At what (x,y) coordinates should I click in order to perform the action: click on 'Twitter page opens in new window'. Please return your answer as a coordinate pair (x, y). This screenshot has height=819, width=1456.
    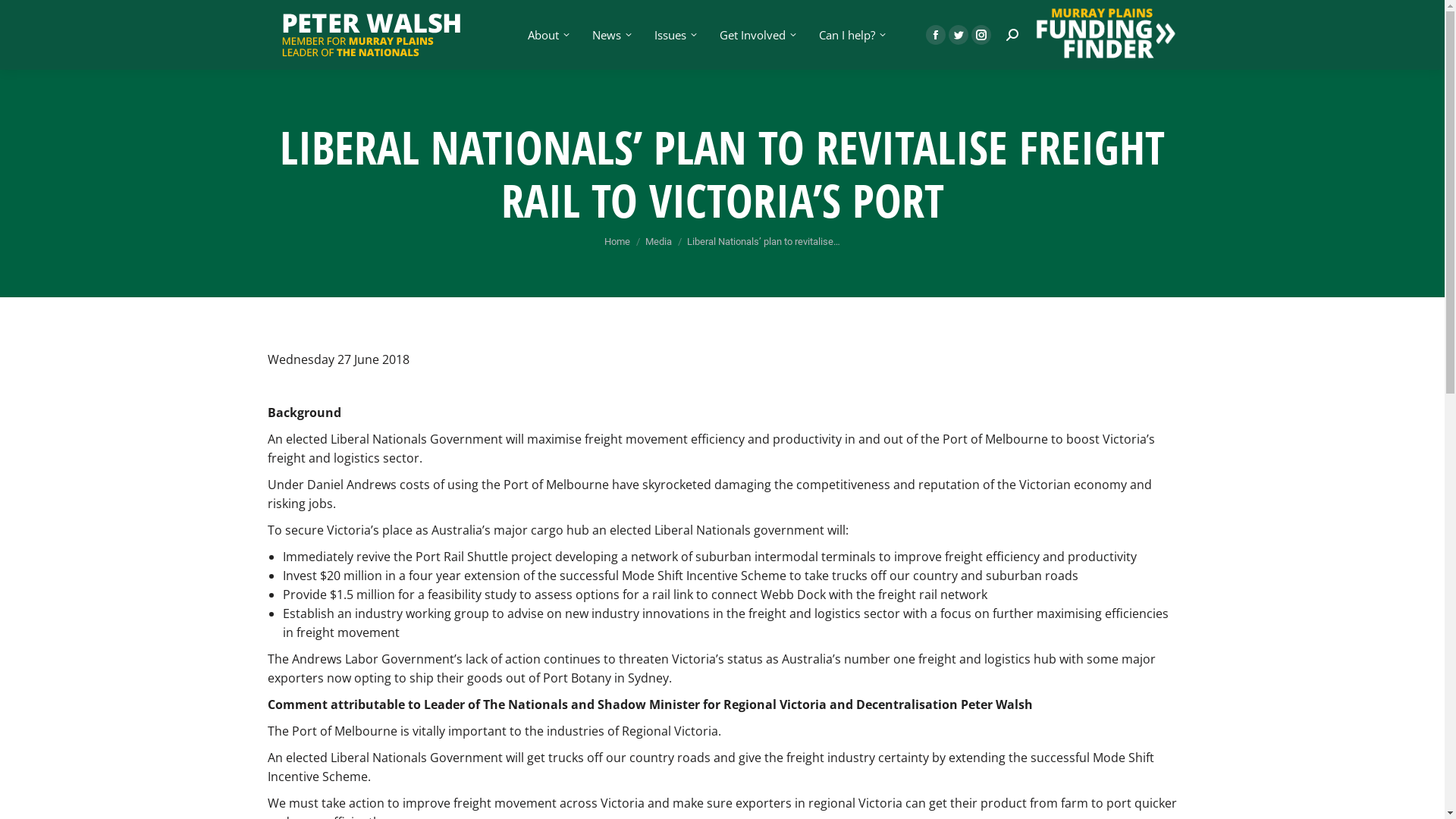
    Looking at the image, I should click on (956, 34).